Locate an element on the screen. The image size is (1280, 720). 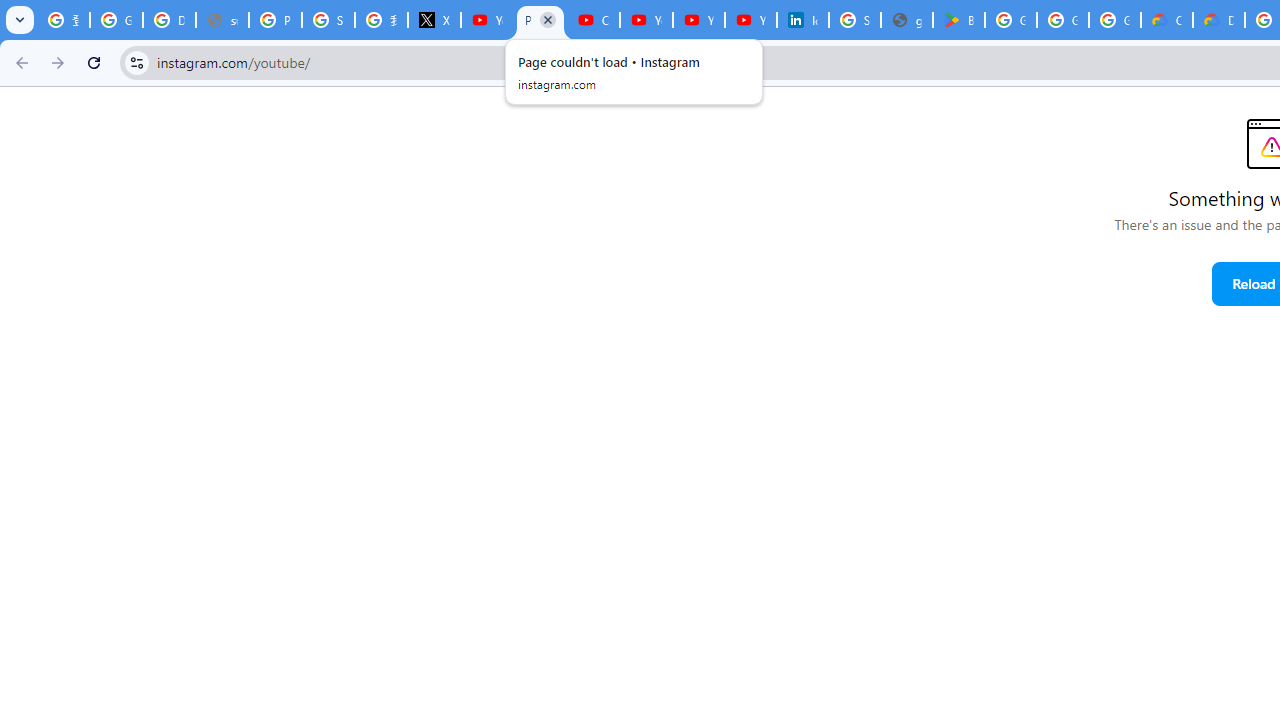
'Sign in - Google Accounts' is located at coordinates (855, 20).